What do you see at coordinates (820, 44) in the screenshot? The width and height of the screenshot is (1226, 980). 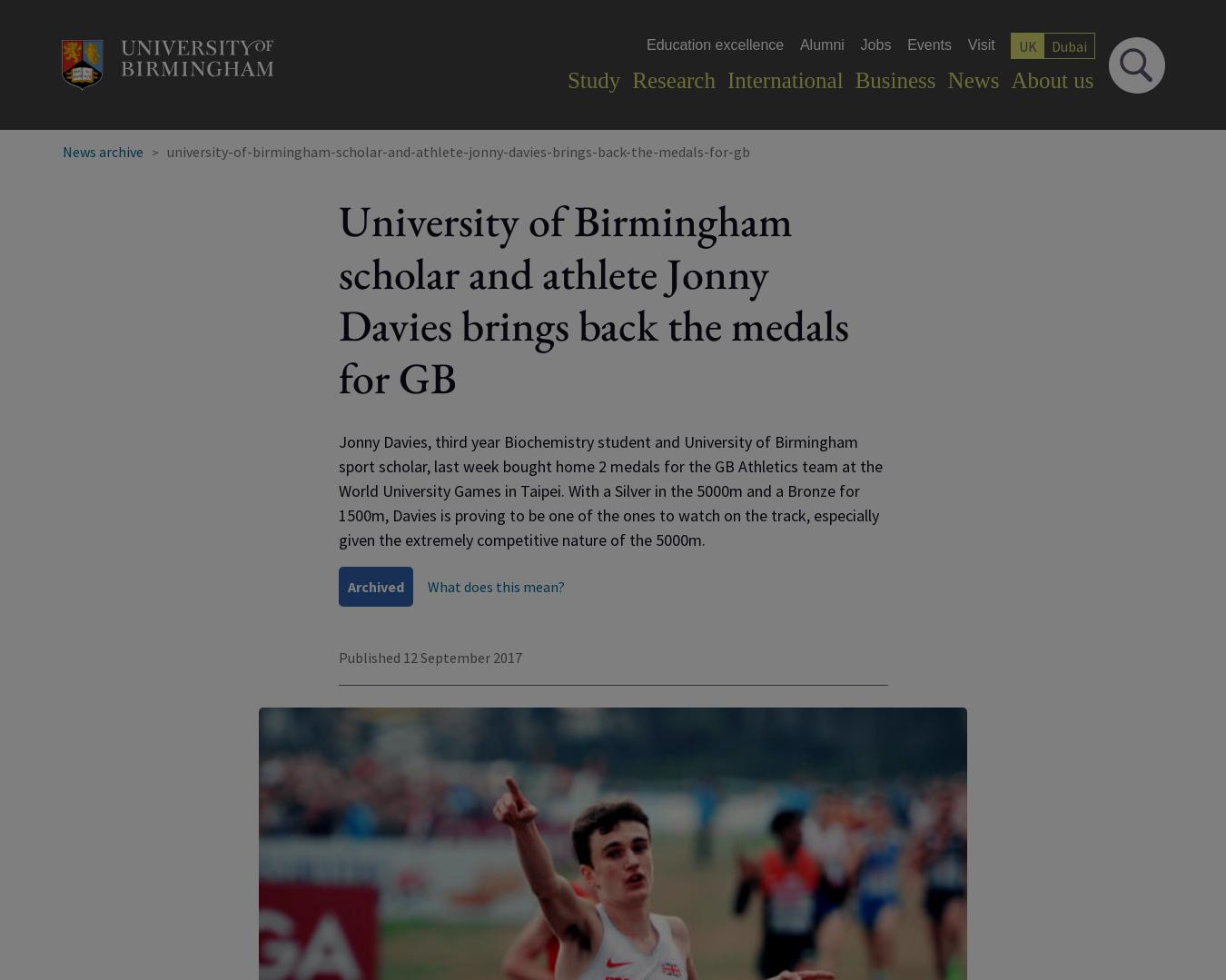 I see `'Alumni'` at bounding box center [820, 44].